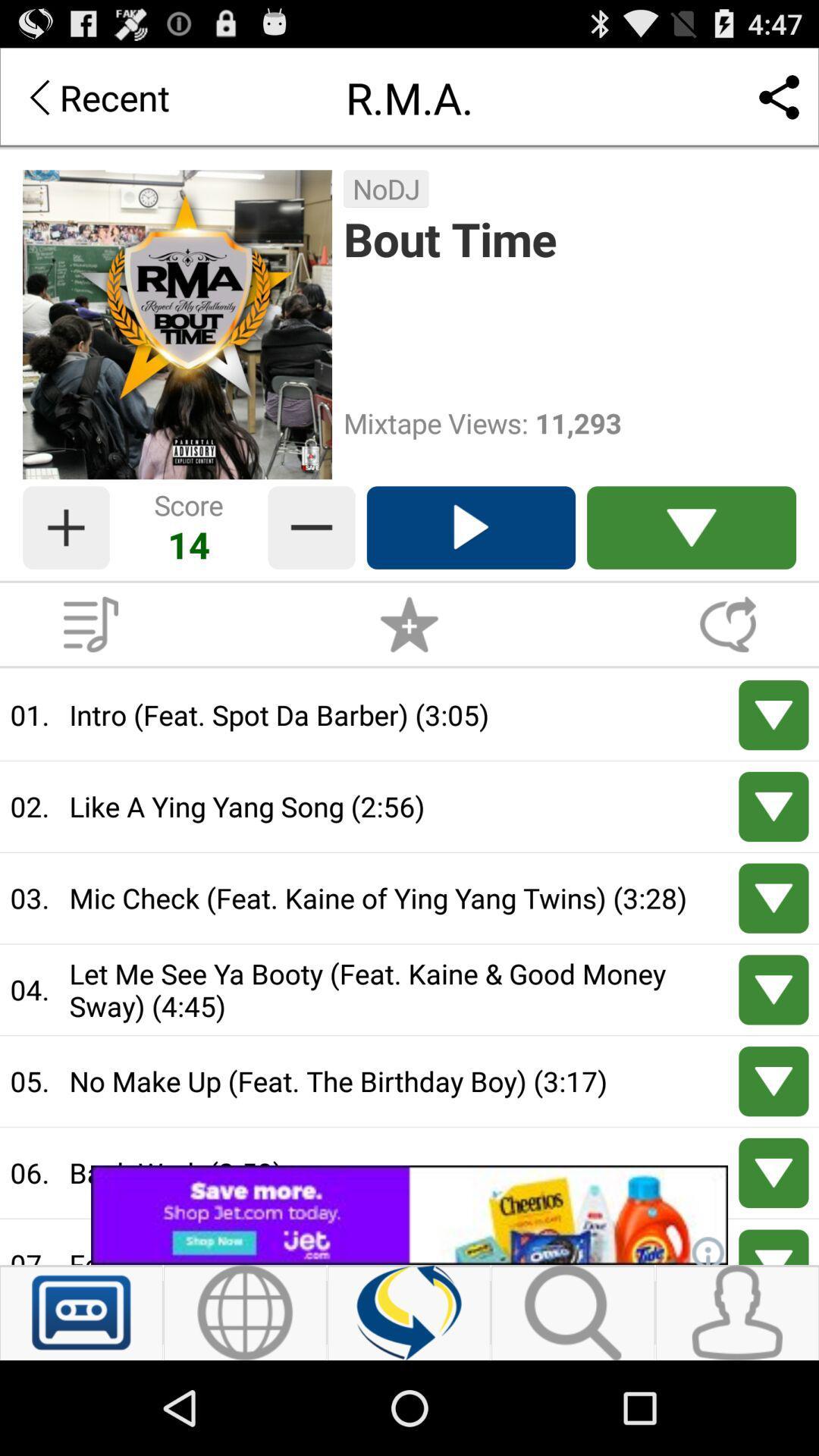 This screenshot has height=1456, width=819. Describe the element at coordinates (470, 563) in the screenshot. I see `the play icon` at that location.